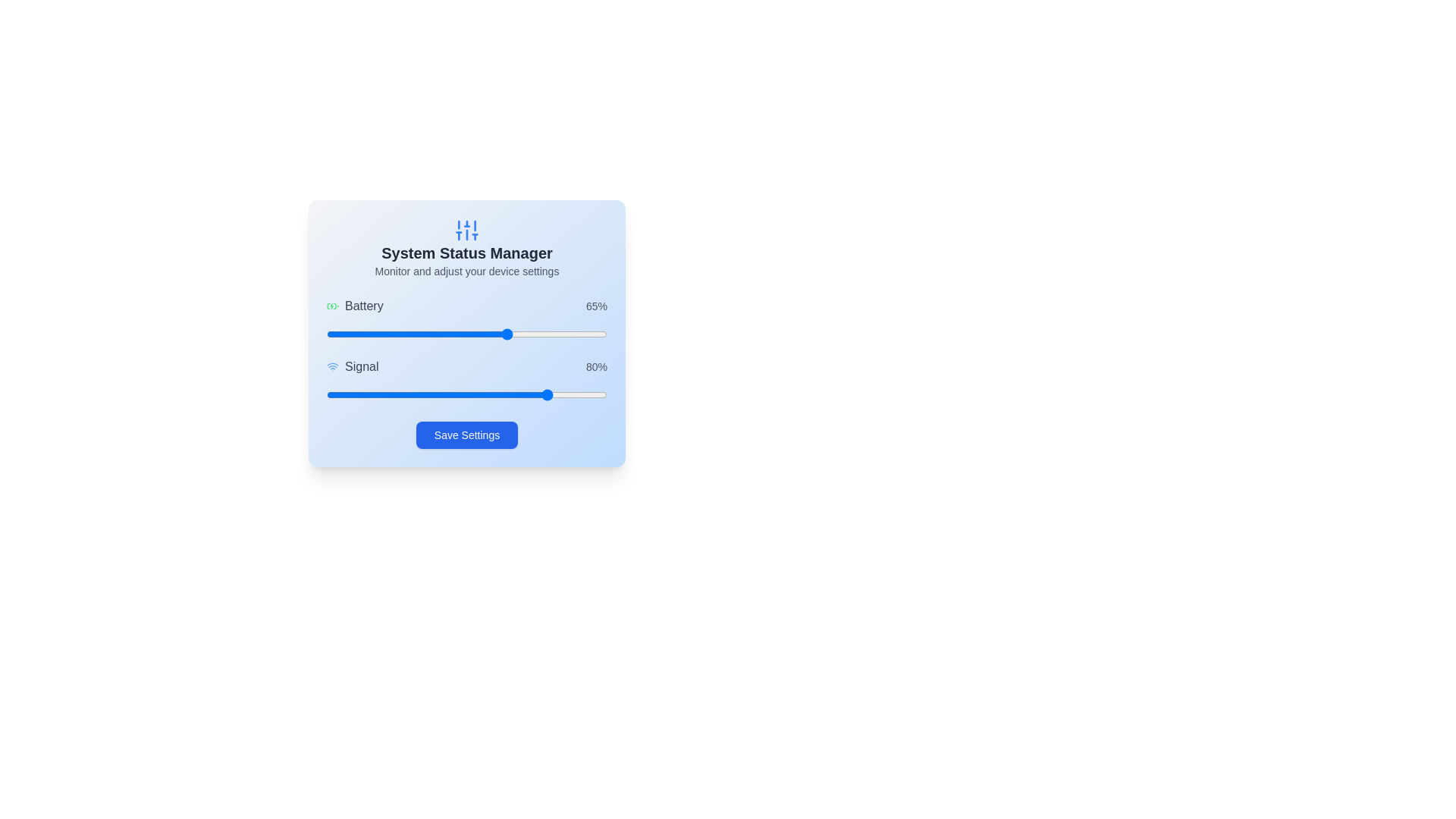 This screenshot has height=819, width=1456. Describe the element at coordinates (435, 394) in the screenshot. I see `the signal strength slider to 39%` at that location.